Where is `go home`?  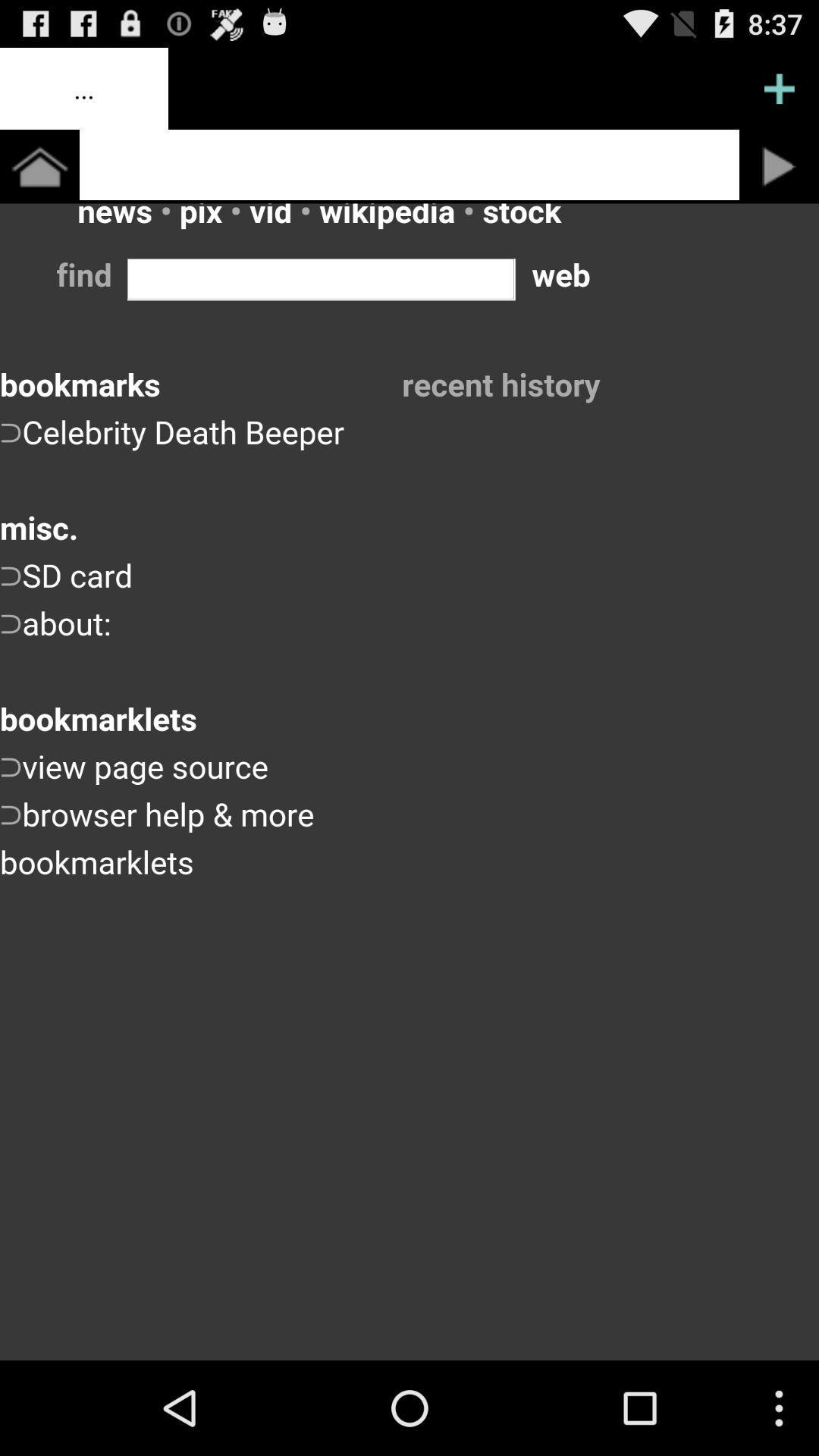 go home is located at coordinates (39, 166).